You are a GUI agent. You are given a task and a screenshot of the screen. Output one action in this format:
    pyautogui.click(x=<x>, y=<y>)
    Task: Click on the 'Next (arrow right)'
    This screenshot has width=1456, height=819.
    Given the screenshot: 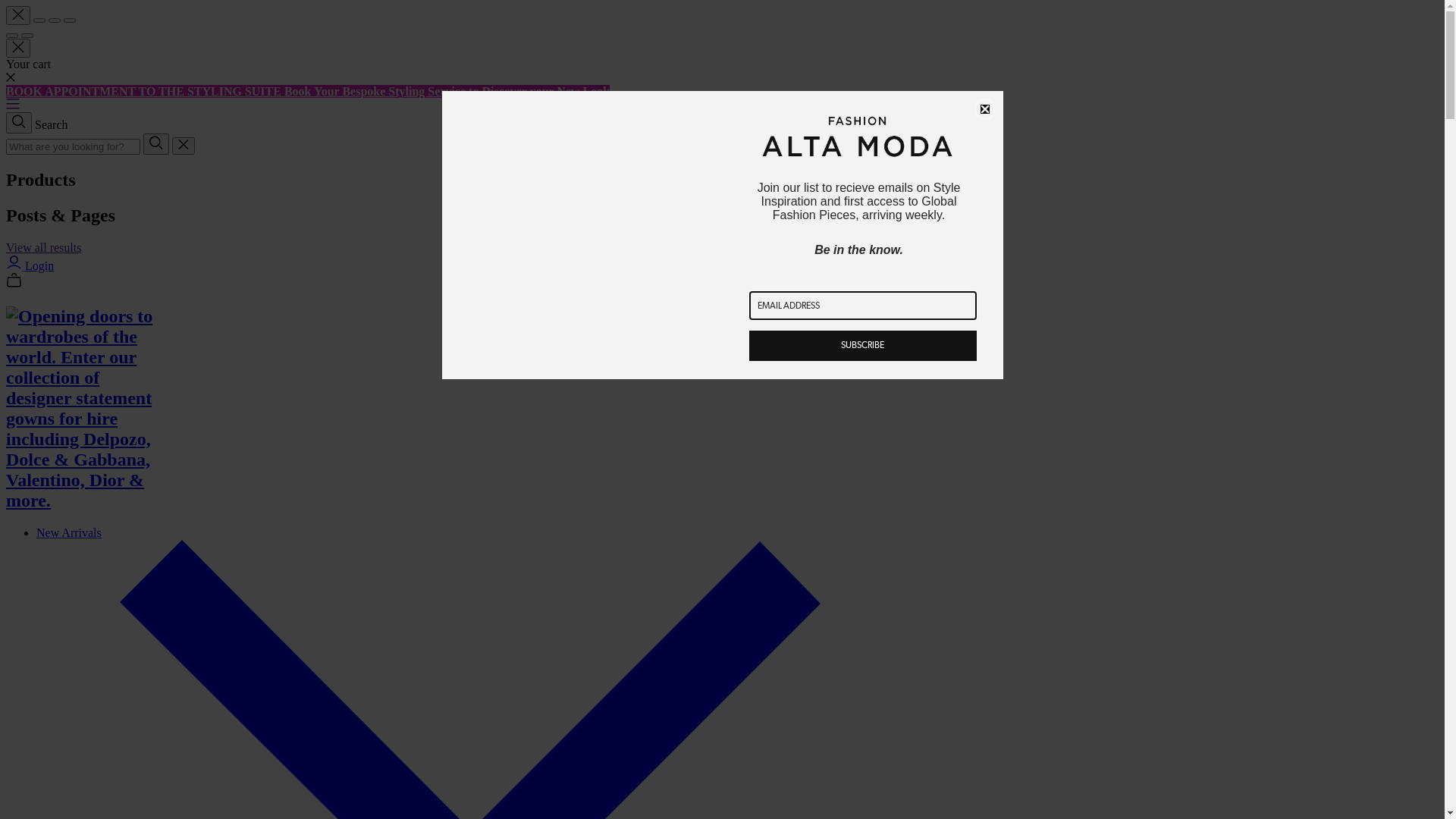 What is the action you would take?
    pyautogui.click(x=27, y=34)
    